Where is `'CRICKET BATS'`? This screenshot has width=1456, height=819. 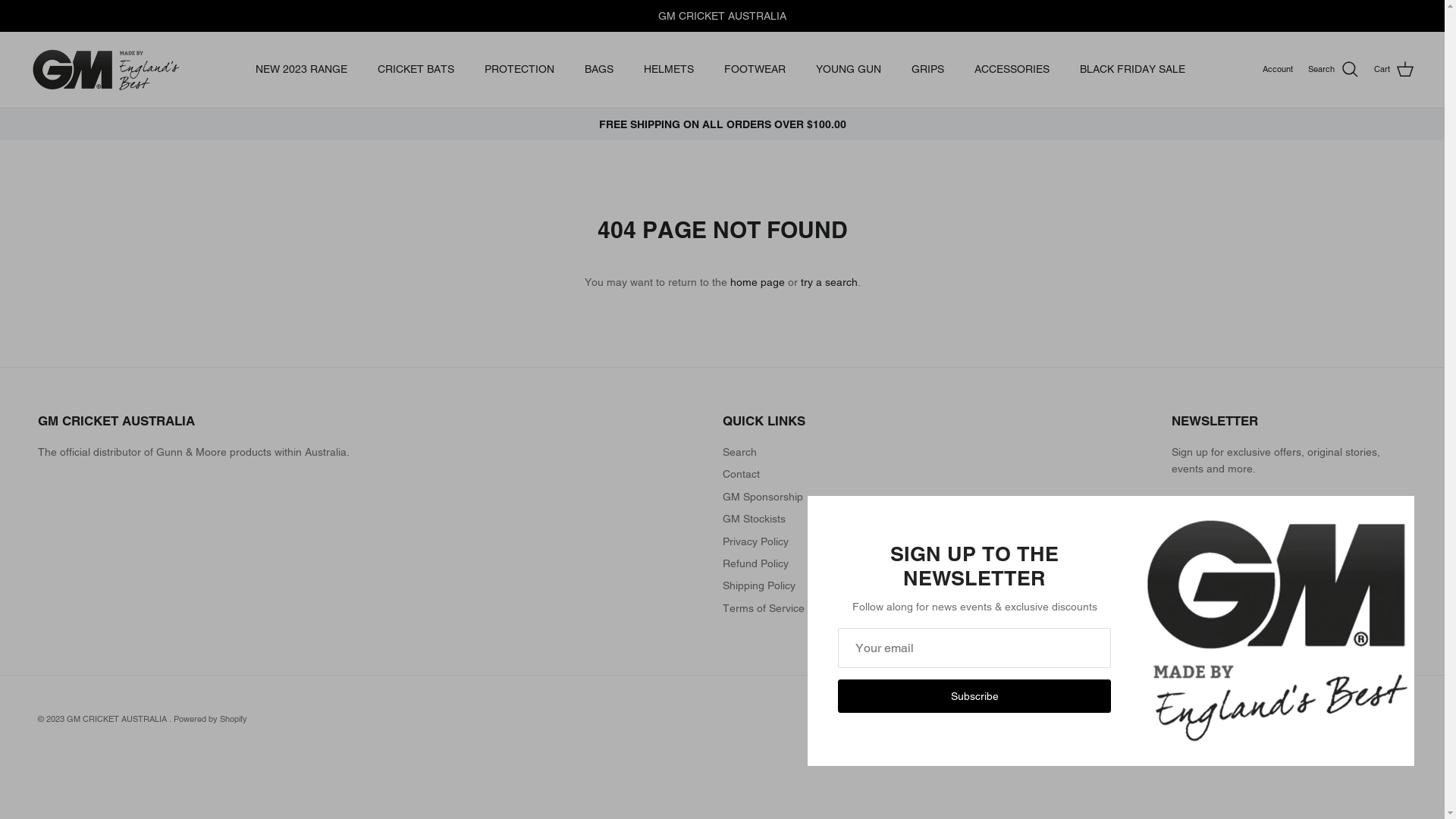 'CRICKET BATS' is located at coordinates (416, 69).